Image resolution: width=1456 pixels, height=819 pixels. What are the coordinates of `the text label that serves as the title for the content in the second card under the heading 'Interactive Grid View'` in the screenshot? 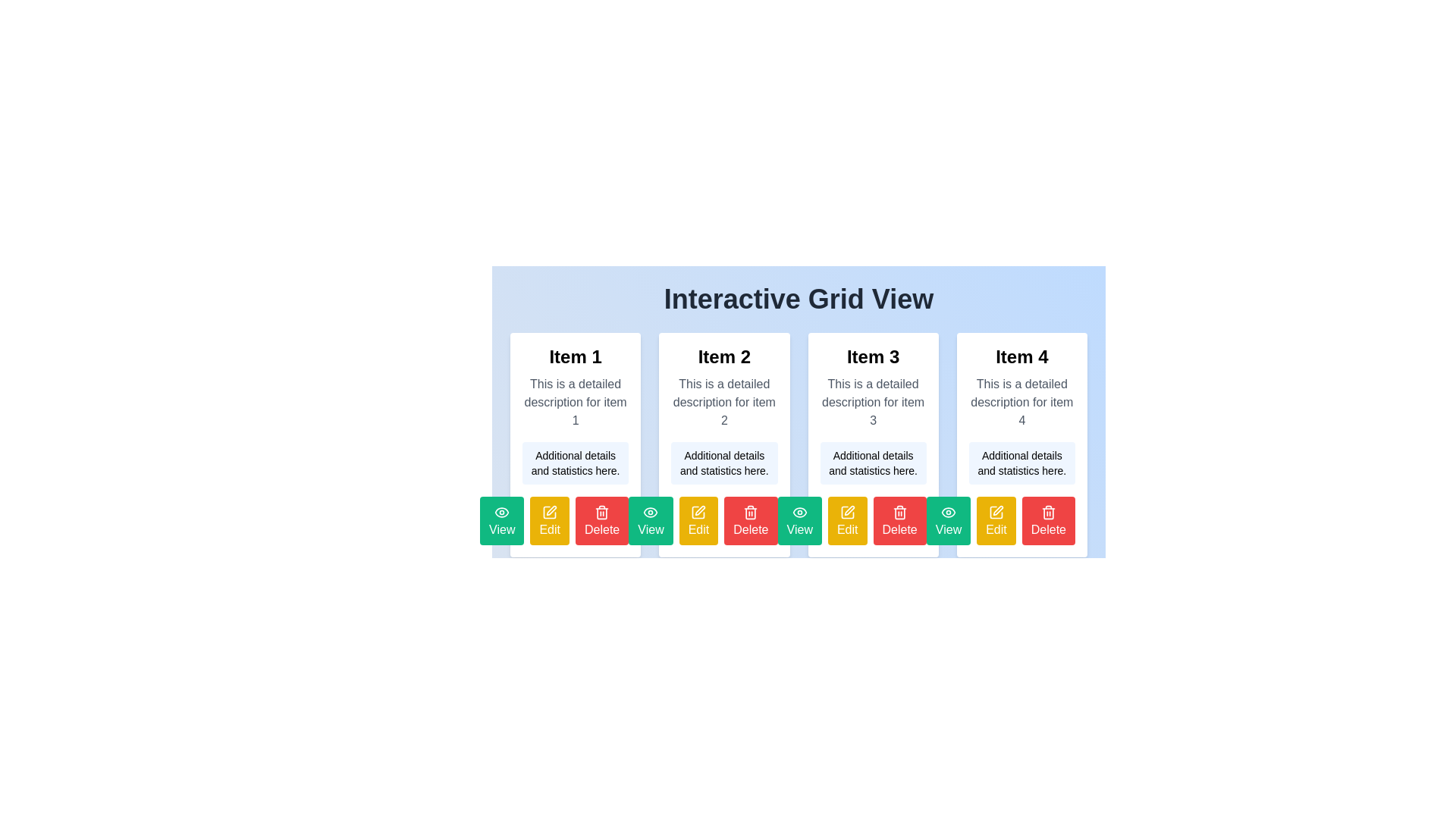 It's located at (723, 356).